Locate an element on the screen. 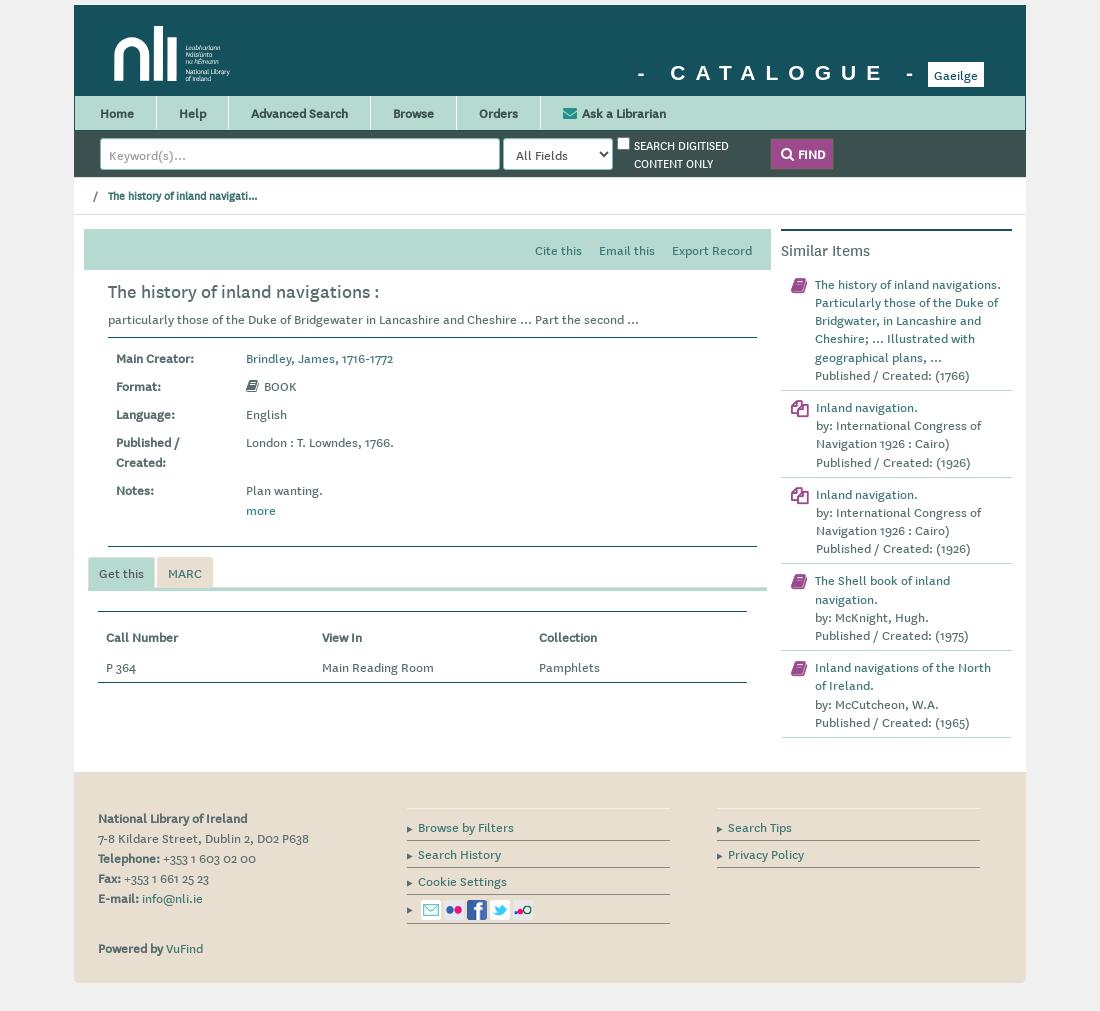 Image resolution: width=1100 pixels, height=1011 pixels. 'Telephone:' is located at coordinates (129, 856).